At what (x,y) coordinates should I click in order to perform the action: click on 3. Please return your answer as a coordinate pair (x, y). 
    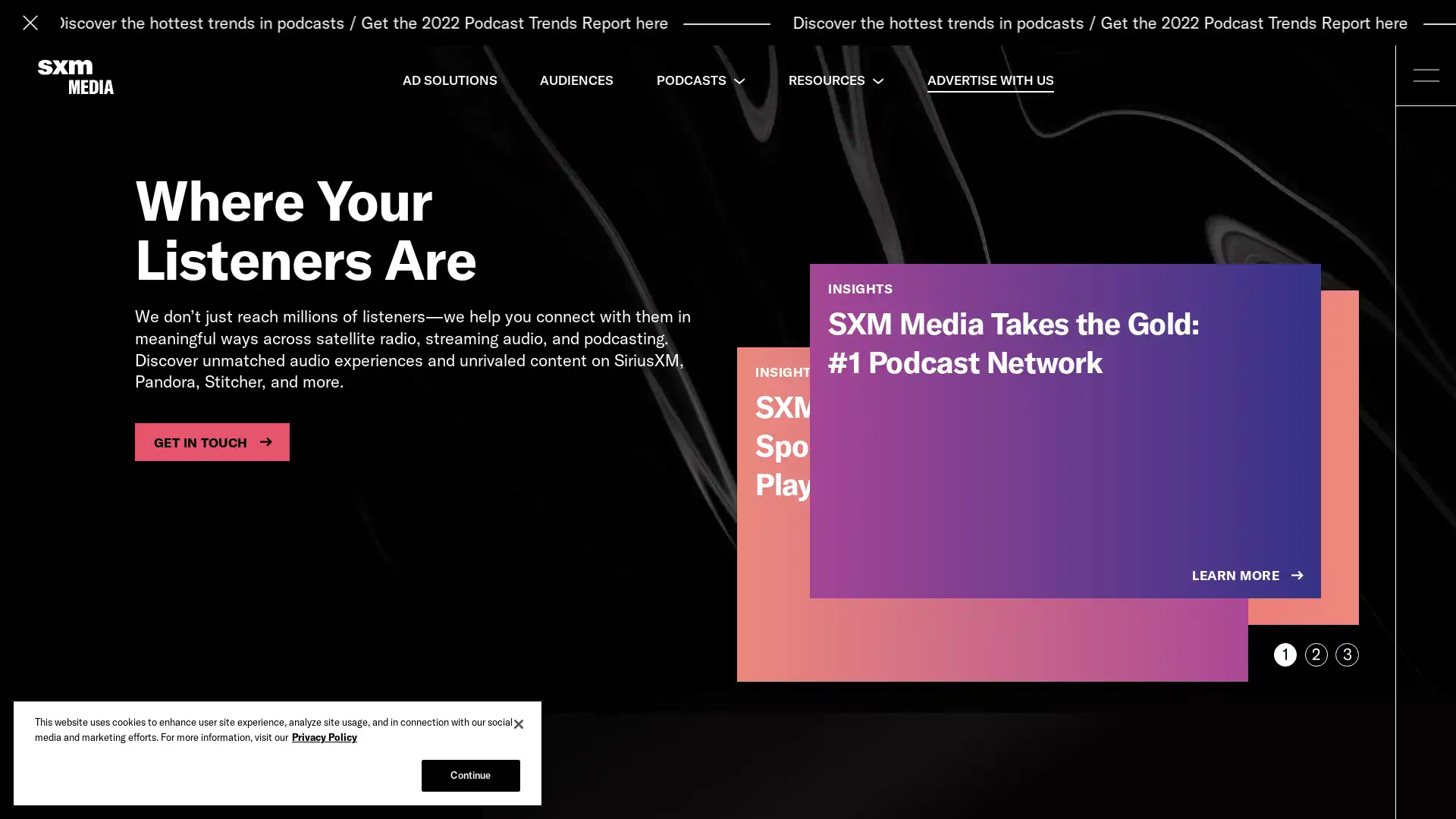
    Looking at the image, I should click on (1347, 654).